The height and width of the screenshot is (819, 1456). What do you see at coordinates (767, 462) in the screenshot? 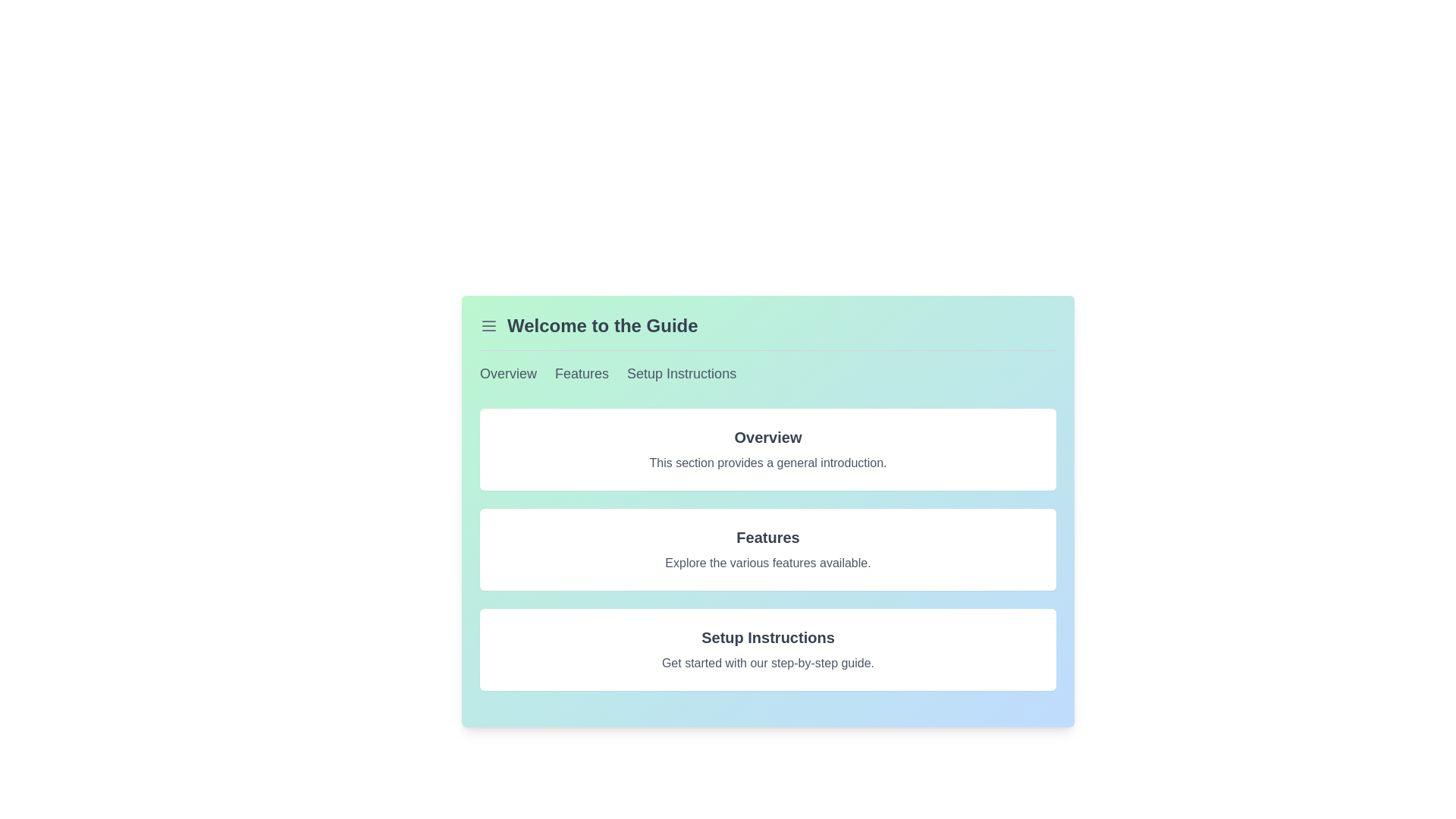
I see `the text label displaying 'This section provides a general introduction.' which is located beneath the 'Overview' title` at bounding box center [767, 462].